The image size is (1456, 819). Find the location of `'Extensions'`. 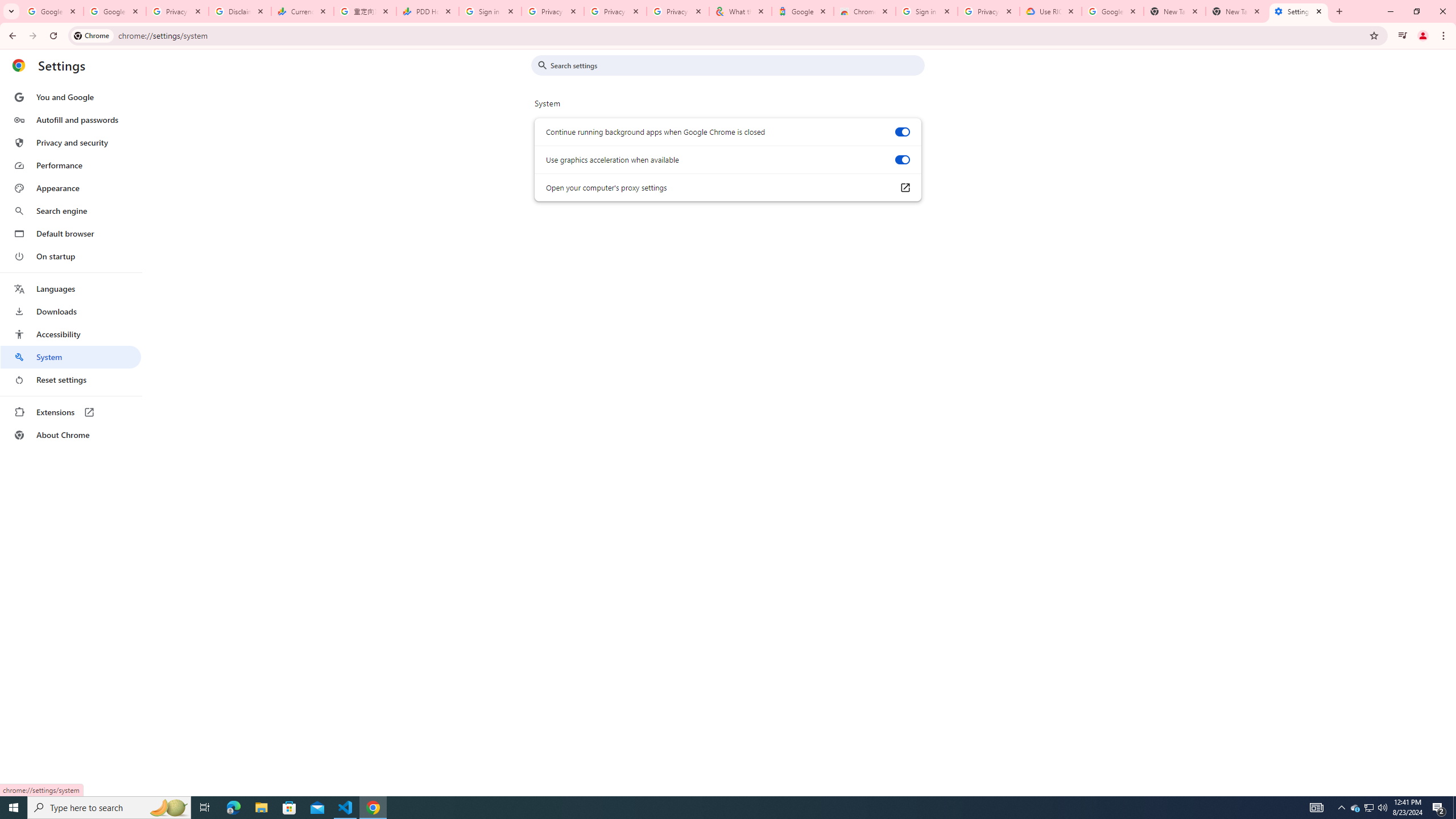

'Extensions' is located at coordinates (70, 412).